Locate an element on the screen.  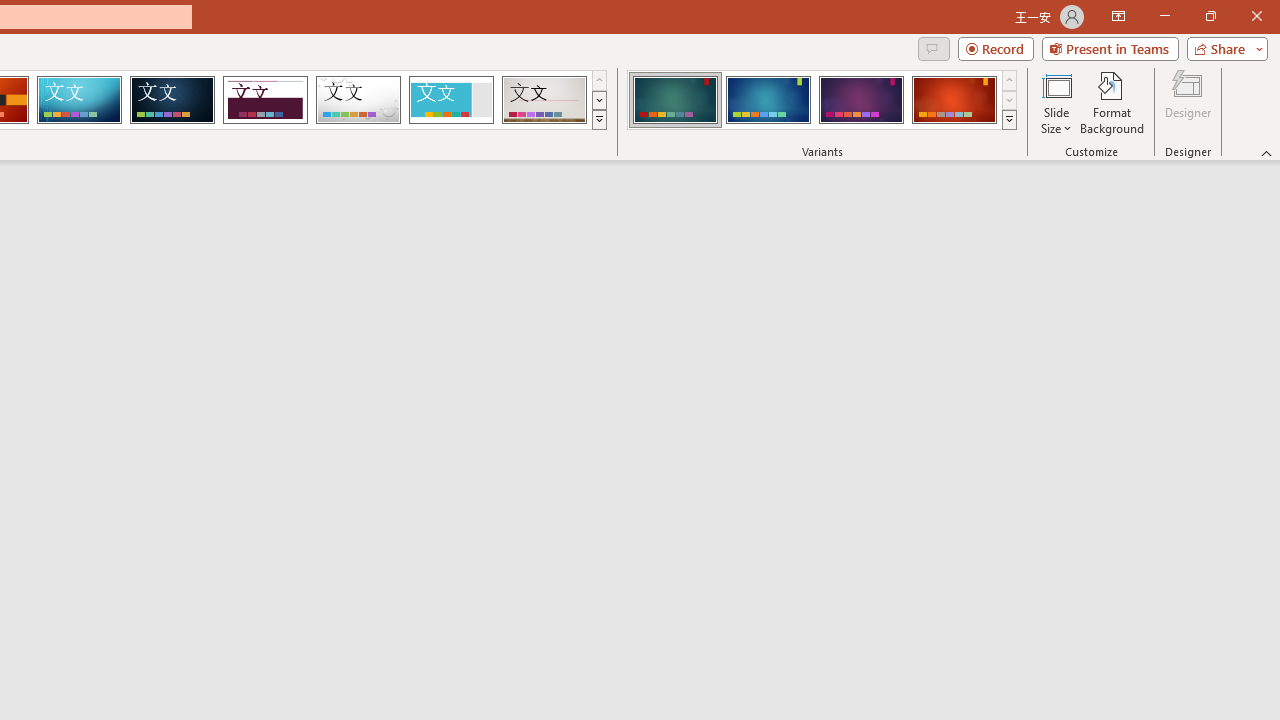
'Ion Variant 4' is located at coordinates (953, 100).